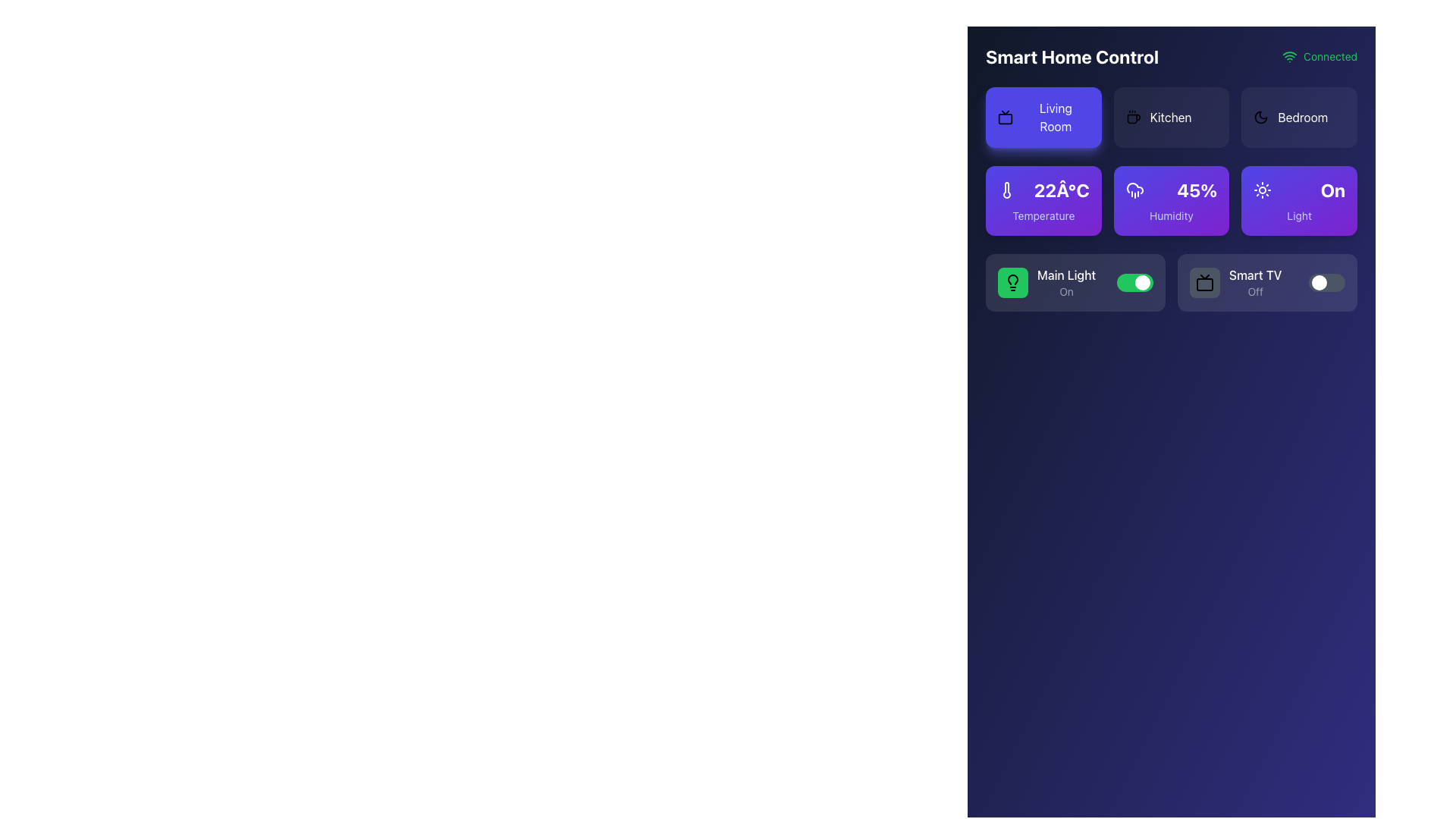 This screenshot has width=1456, height=819. Describe the element at coordinates (1171, 239) in the screenshot. I see `the information display panel consisting of three sections with environmental metrics, located in the center of the 'Smart Home Control' section` at that location.